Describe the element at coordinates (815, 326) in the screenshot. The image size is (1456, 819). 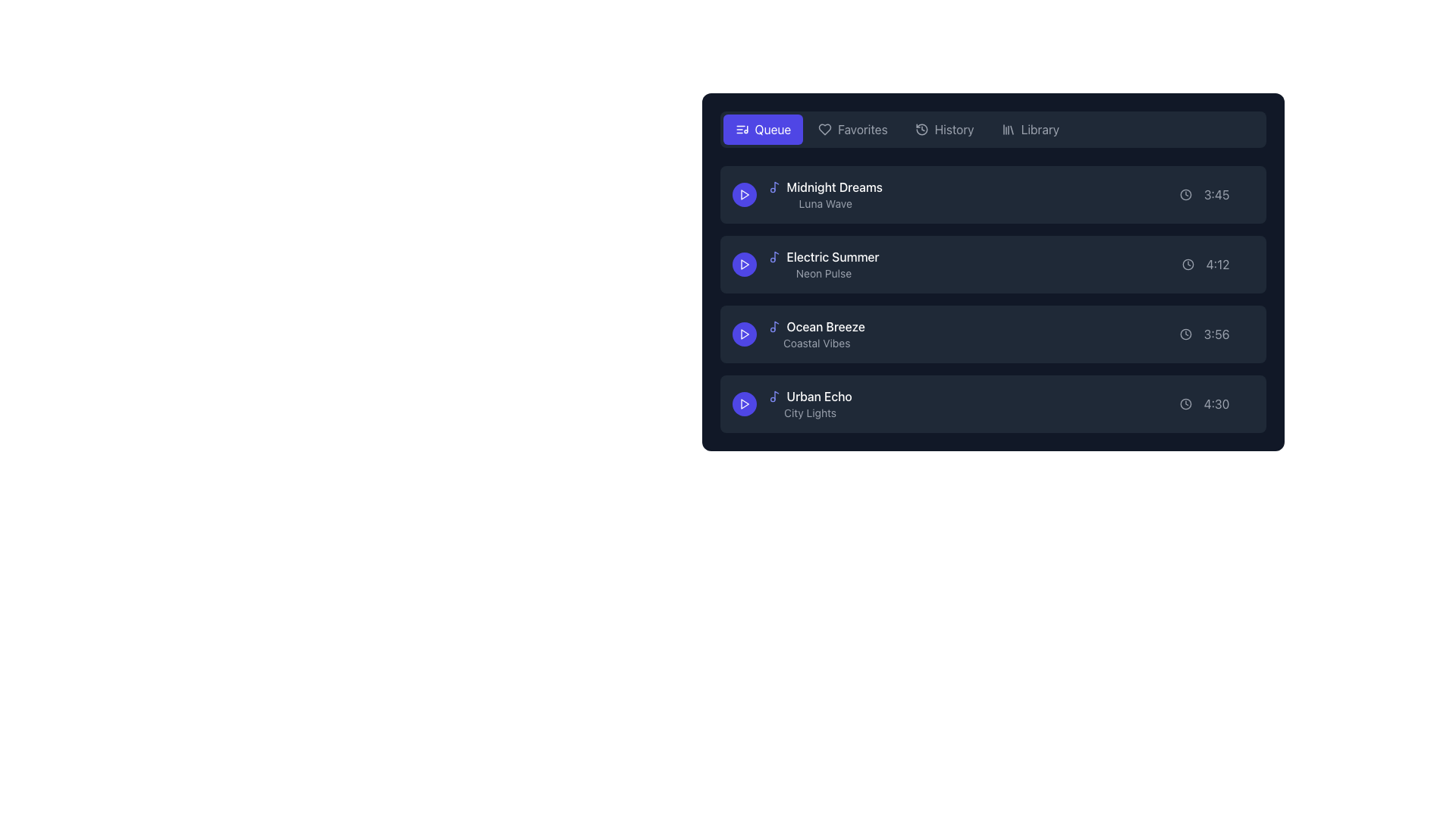
I see `the label displaying the title of the musical track 'Ocean Breeze' located in the third item of a vertically stacked list, positioned between 'Electric Summer' and 'Urban Echo'` at that location.